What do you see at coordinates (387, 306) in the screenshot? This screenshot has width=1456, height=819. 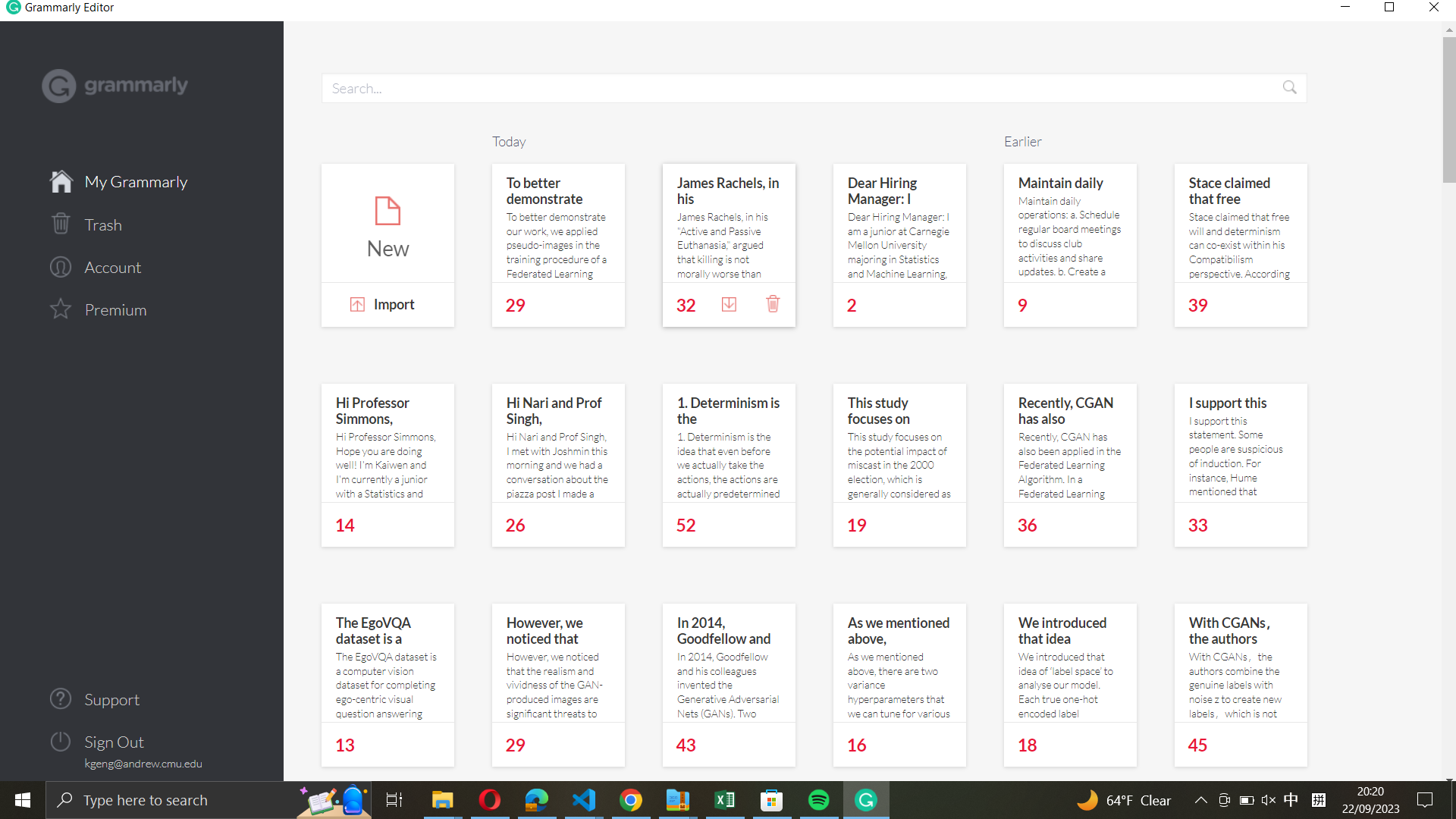 I see `Bring in the necessary document` at bounding box center [387, 306].